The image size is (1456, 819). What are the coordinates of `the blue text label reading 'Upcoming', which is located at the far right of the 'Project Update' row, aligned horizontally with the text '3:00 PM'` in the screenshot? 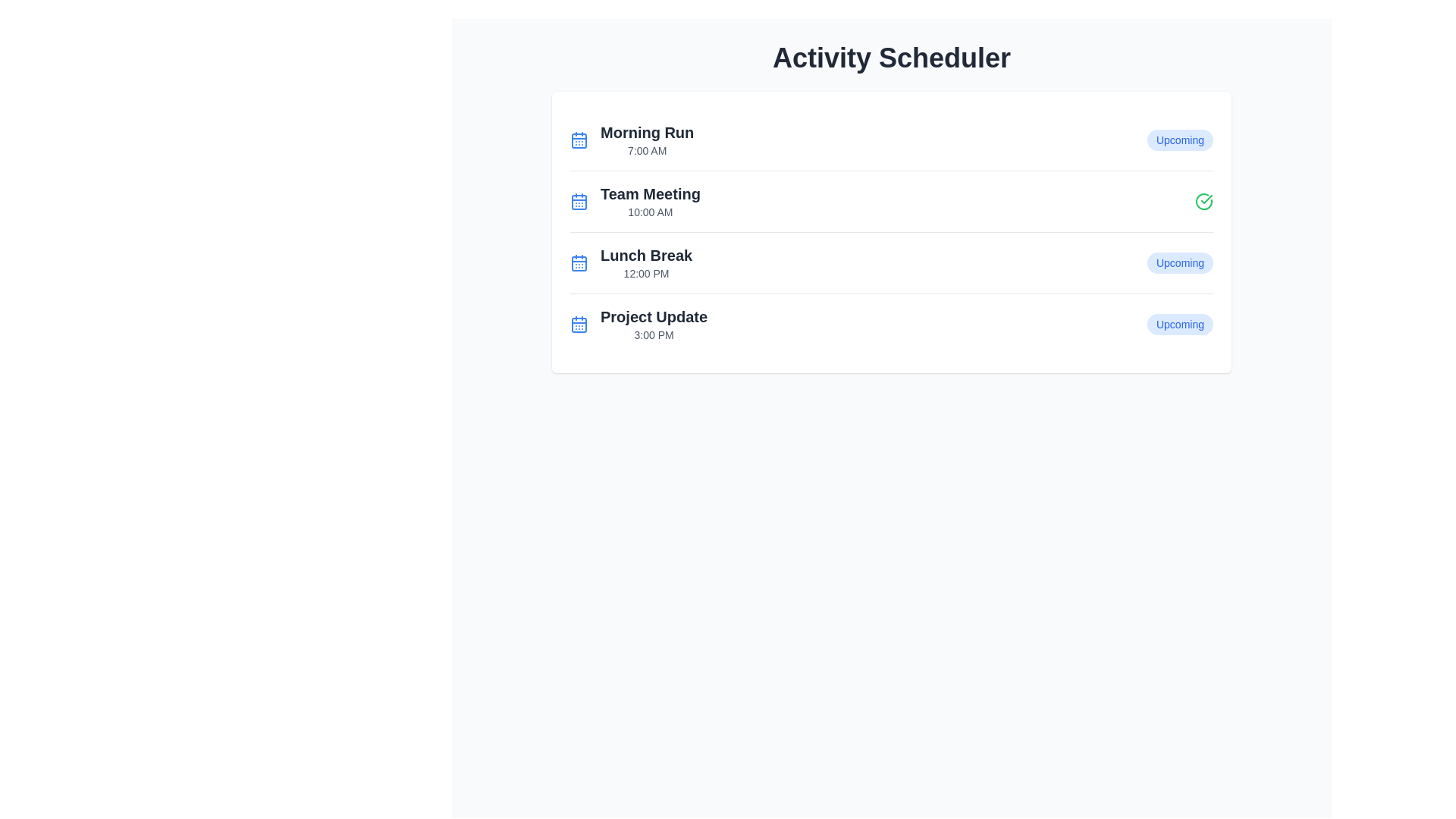 It's located at (1179, 324).